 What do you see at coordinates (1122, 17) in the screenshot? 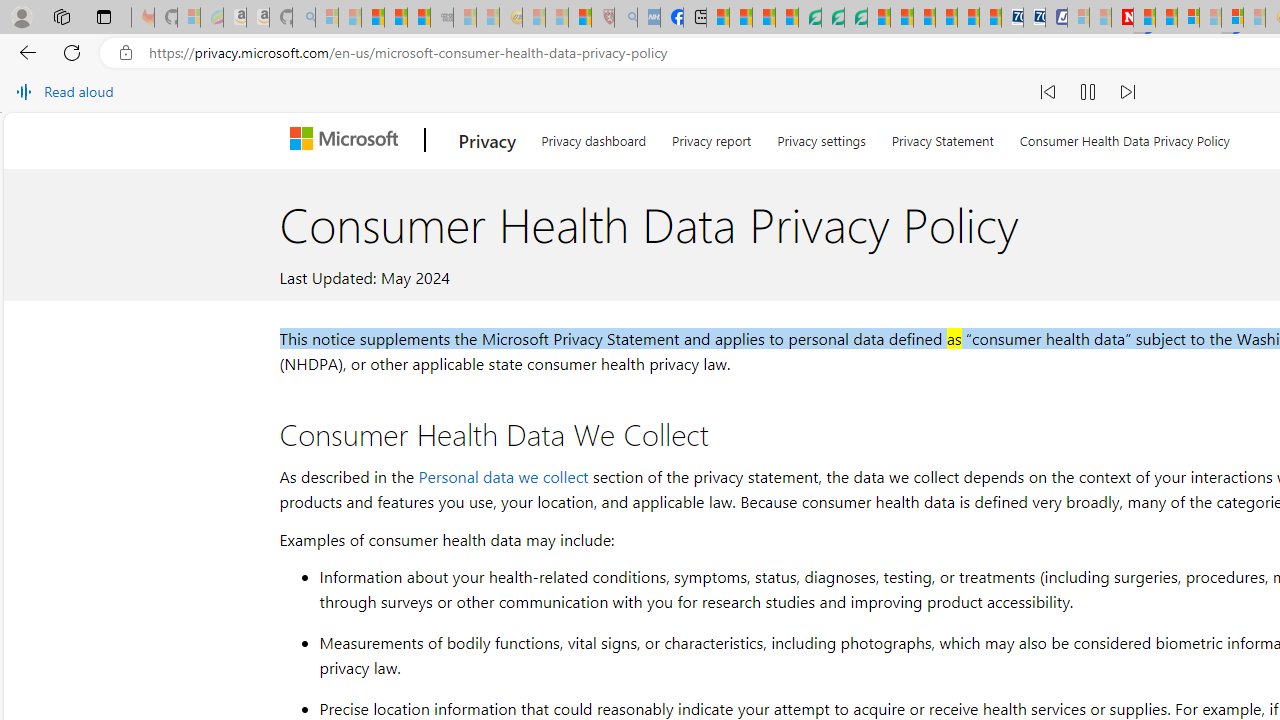
I see `'Latest Politics News & Archive | Newsweek.com'` at bounding box center [1122, 17].